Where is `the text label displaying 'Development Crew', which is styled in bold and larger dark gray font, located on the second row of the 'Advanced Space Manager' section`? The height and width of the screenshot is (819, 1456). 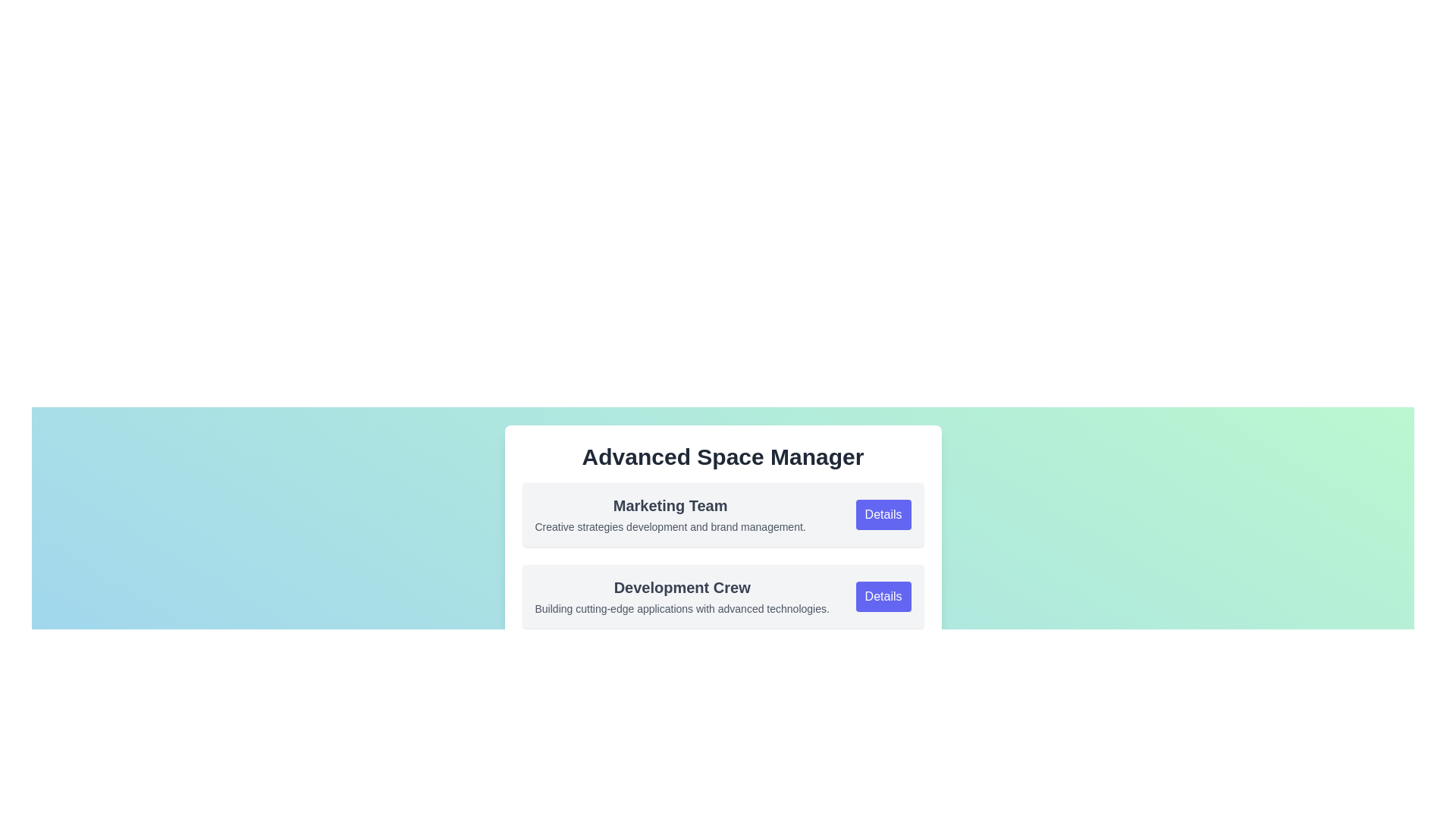
the text label displaying 'Development Crew', which is styled in bold and larger dark gray font, located on the second row of the 'Advanced Space Manager' section is located at coordinates (681, 587).